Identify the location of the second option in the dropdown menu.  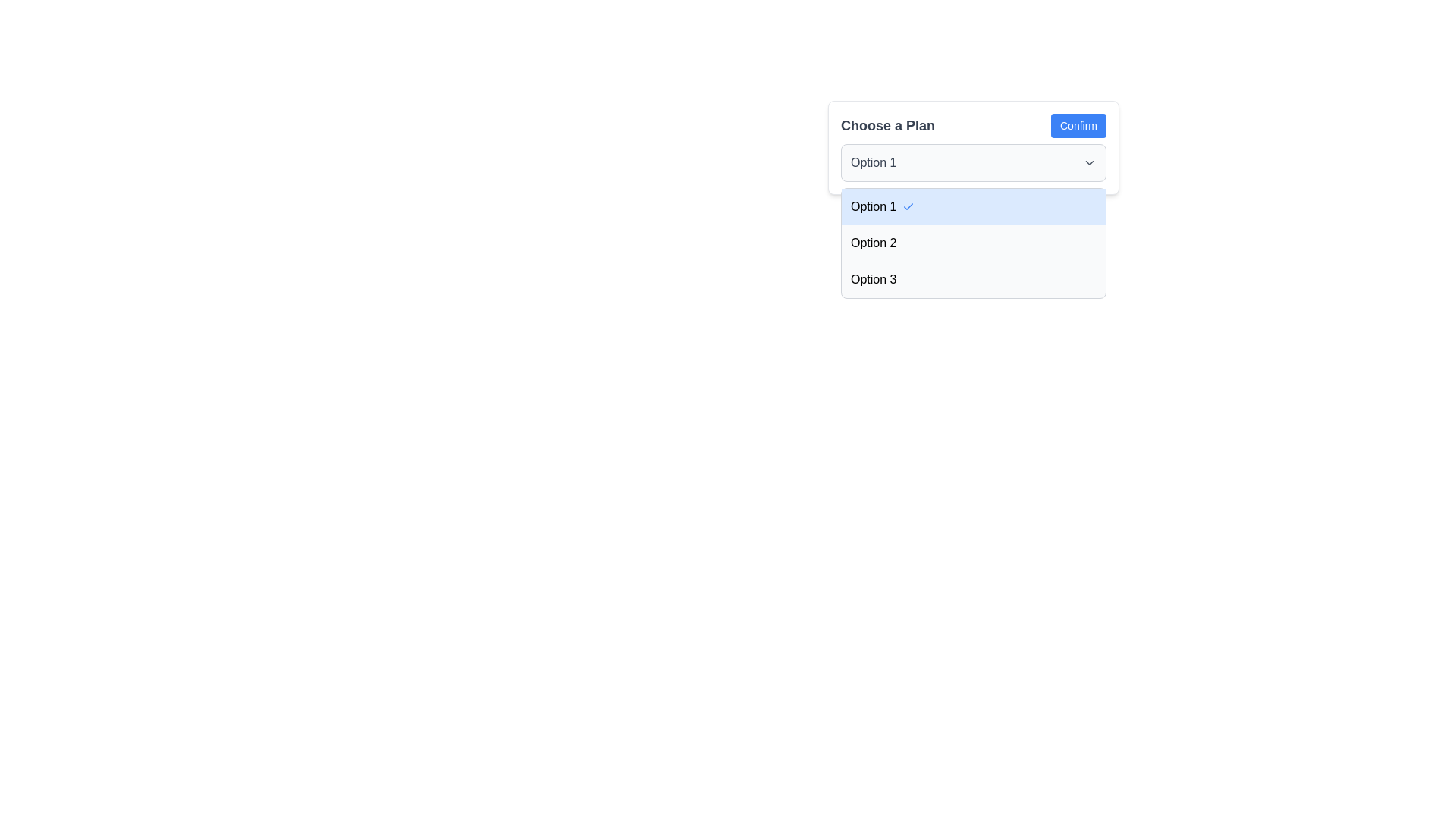
(973, 242).